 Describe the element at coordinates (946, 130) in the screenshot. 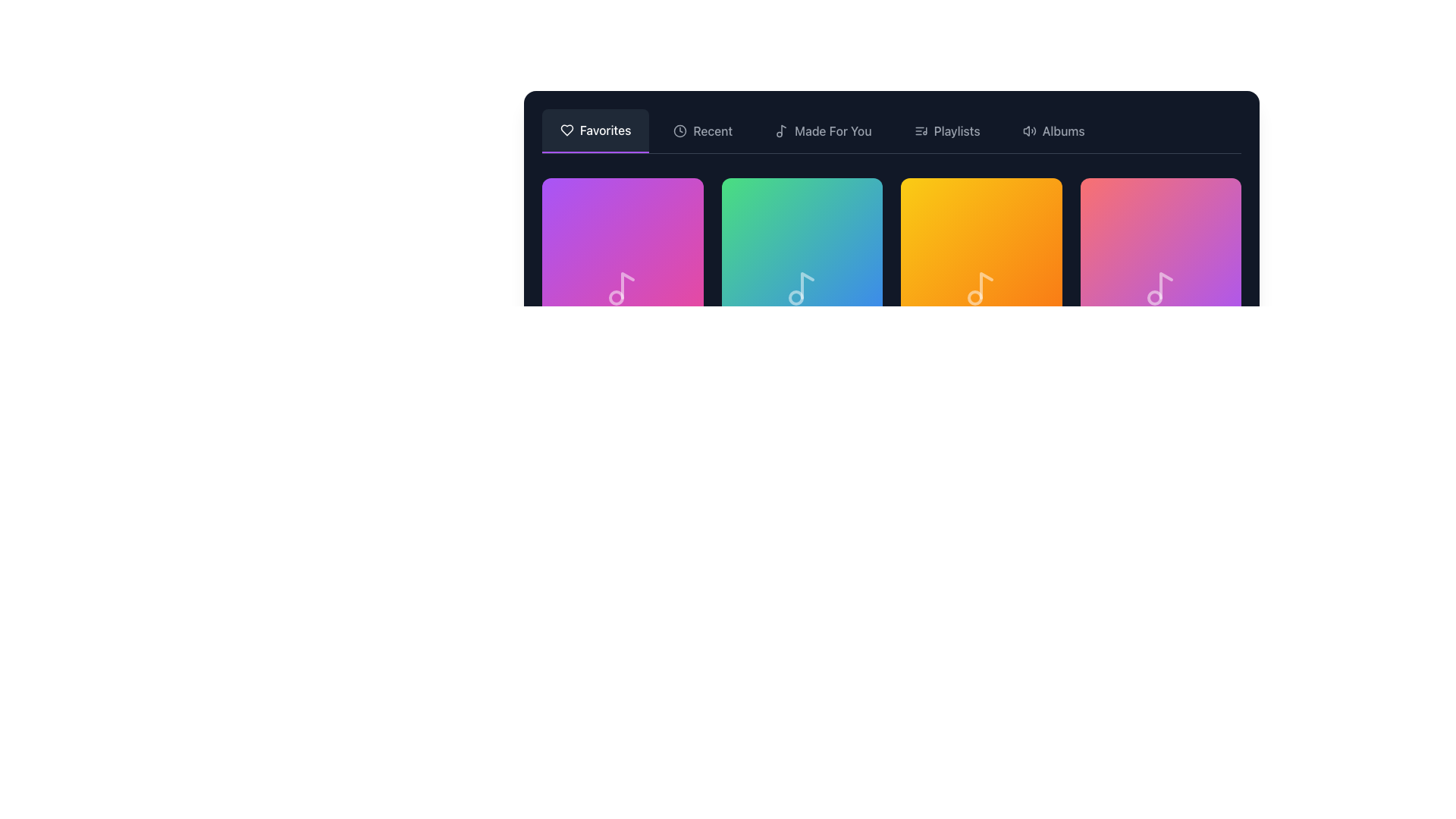

I see `the navigational button for 'Playlists' located in the navigation bar, which is the fourth item from the left` at that location.